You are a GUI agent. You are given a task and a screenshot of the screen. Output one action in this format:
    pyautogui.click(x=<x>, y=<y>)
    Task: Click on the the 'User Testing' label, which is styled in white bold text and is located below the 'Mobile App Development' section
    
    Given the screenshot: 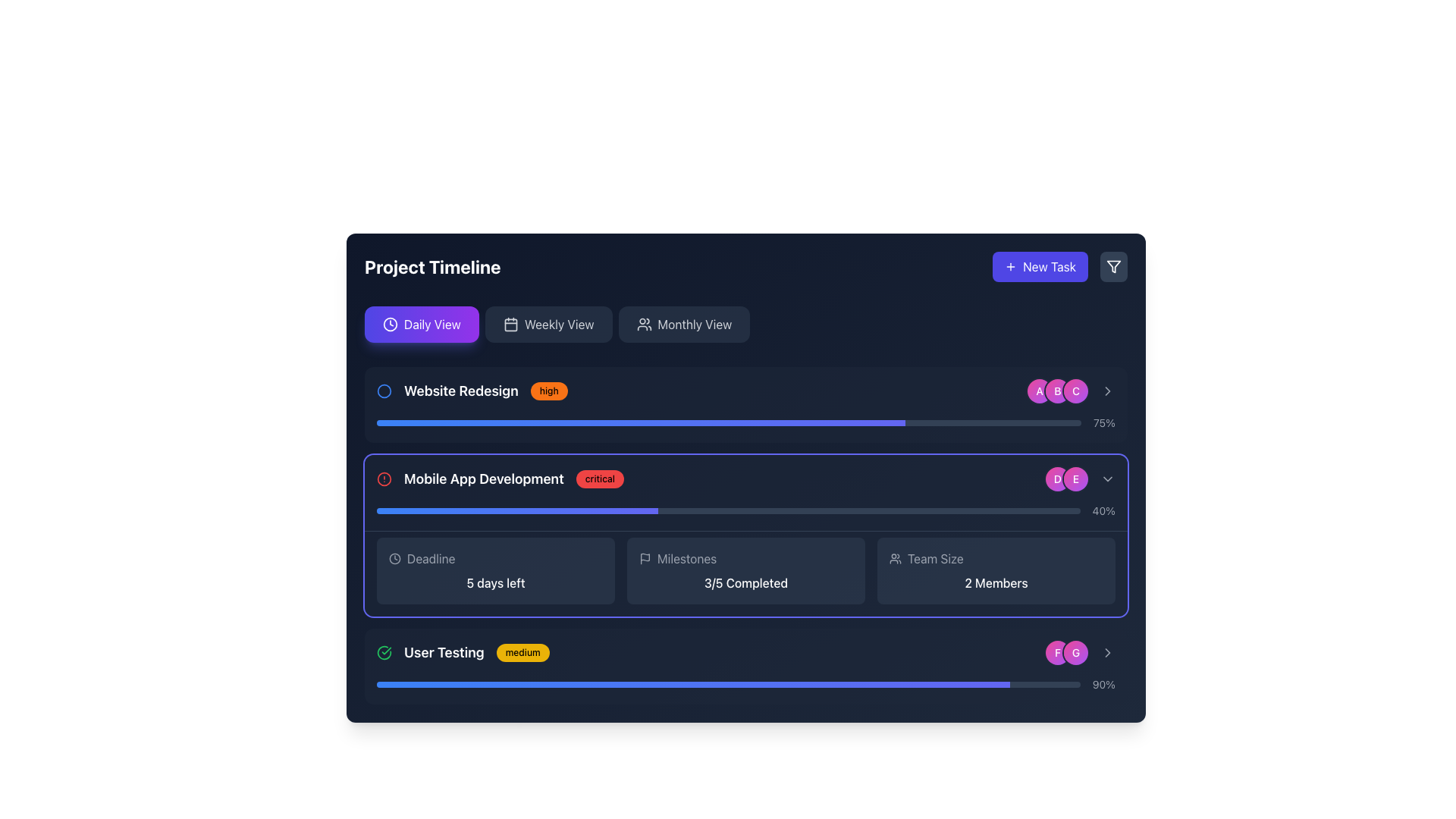 What is the action you would take?
    pyautogui.click(x=443, y=651)
    